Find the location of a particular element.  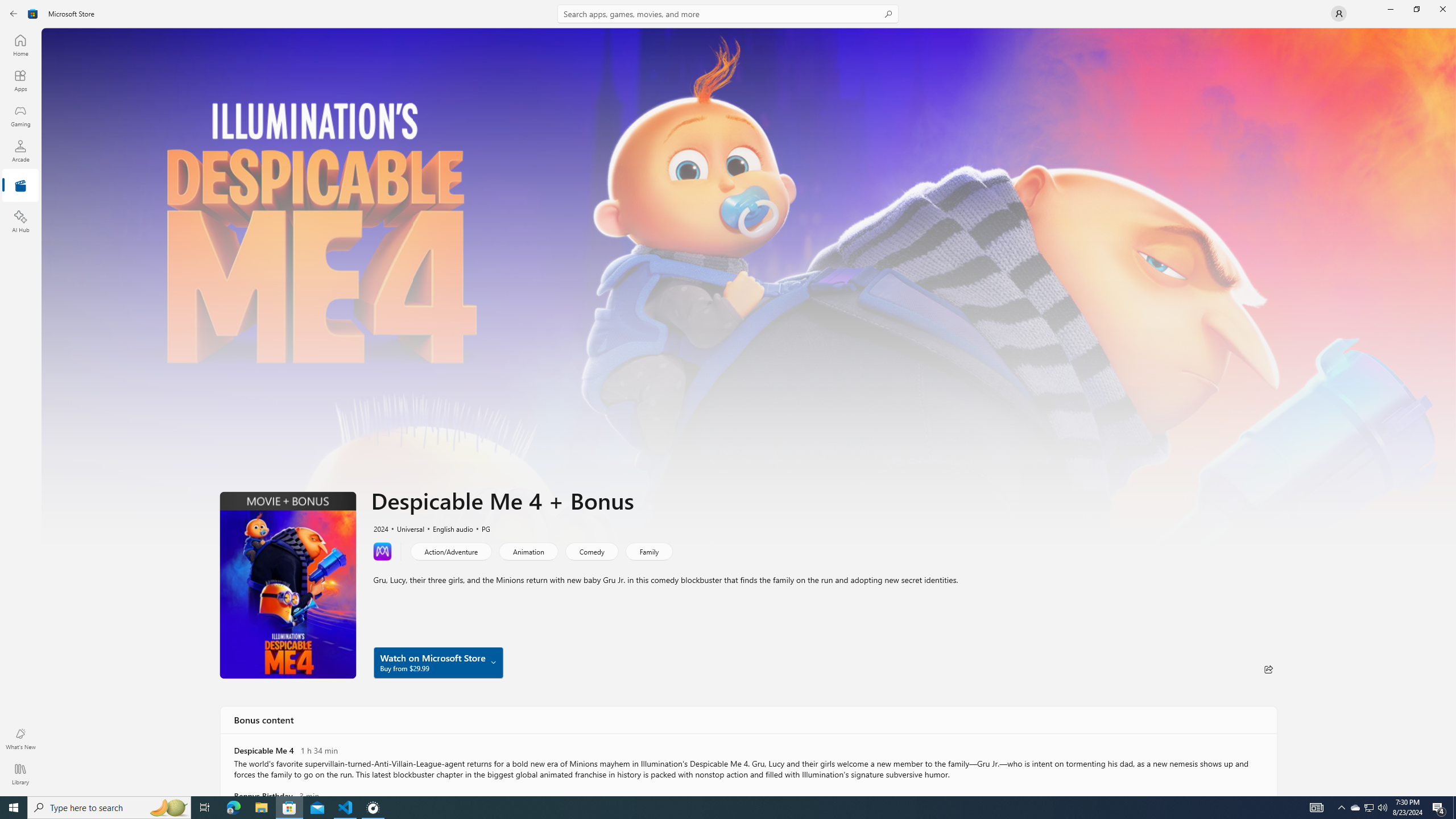

'PG' is located at coordinates (481, 527).